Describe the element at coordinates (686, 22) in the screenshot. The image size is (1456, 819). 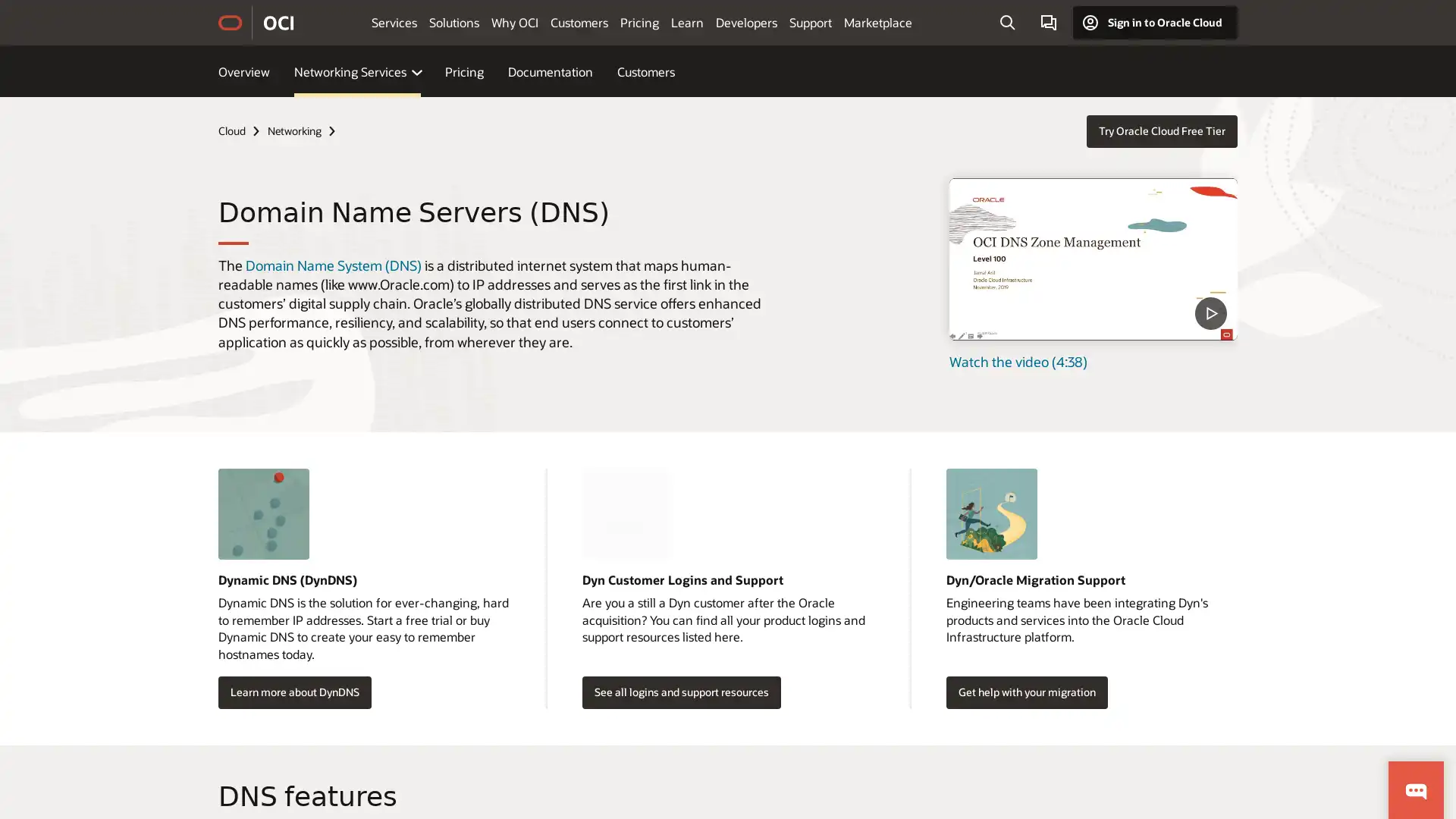
I see `Learn` at that location.